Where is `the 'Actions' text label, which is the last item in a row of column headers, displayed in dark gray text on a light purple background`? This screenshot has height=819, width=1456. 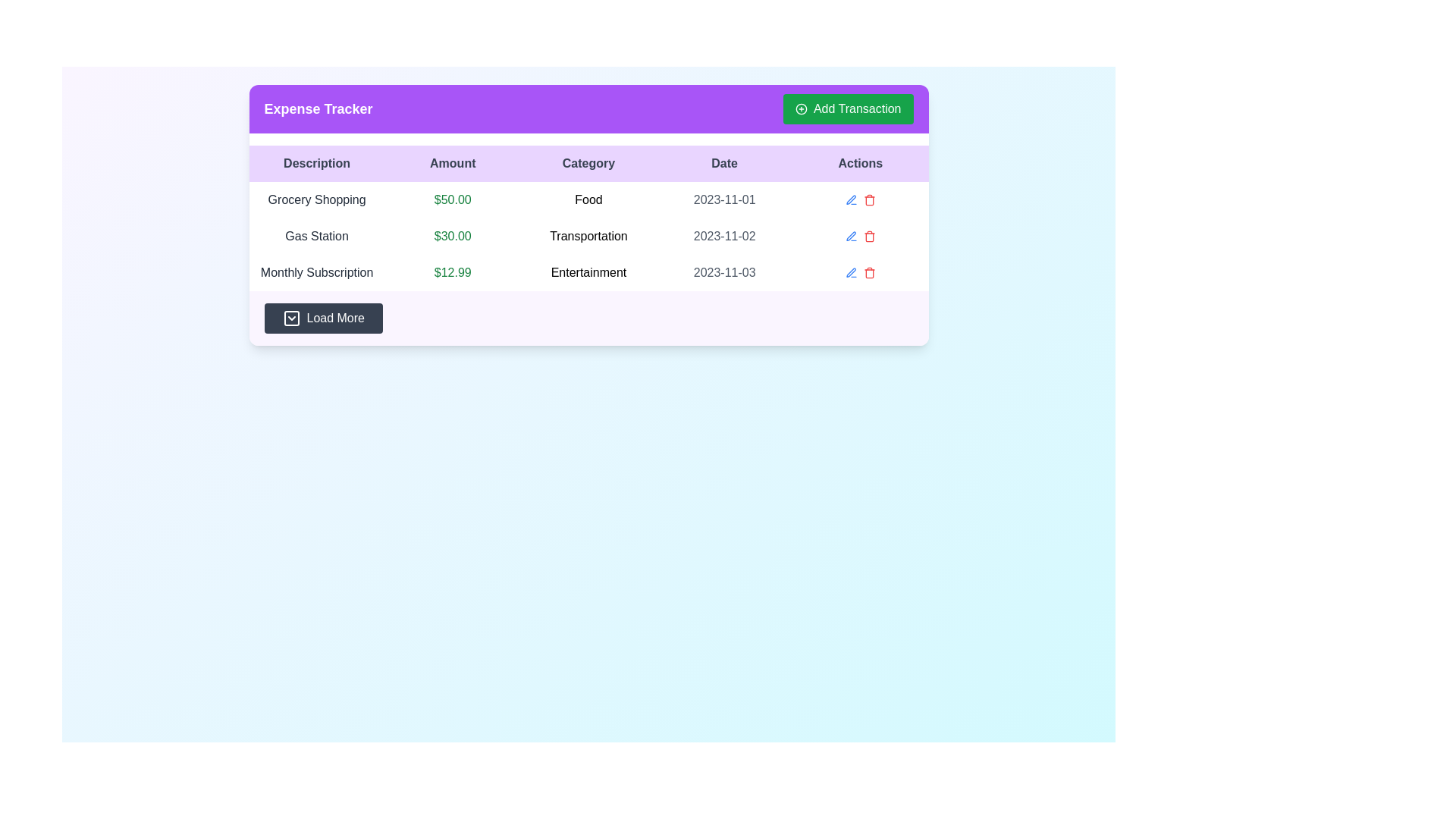
the 'Actions' text label, which is the last item in a row of column headers, displayed in dark gray text on a light purple background is located at coordinates (860, 164).